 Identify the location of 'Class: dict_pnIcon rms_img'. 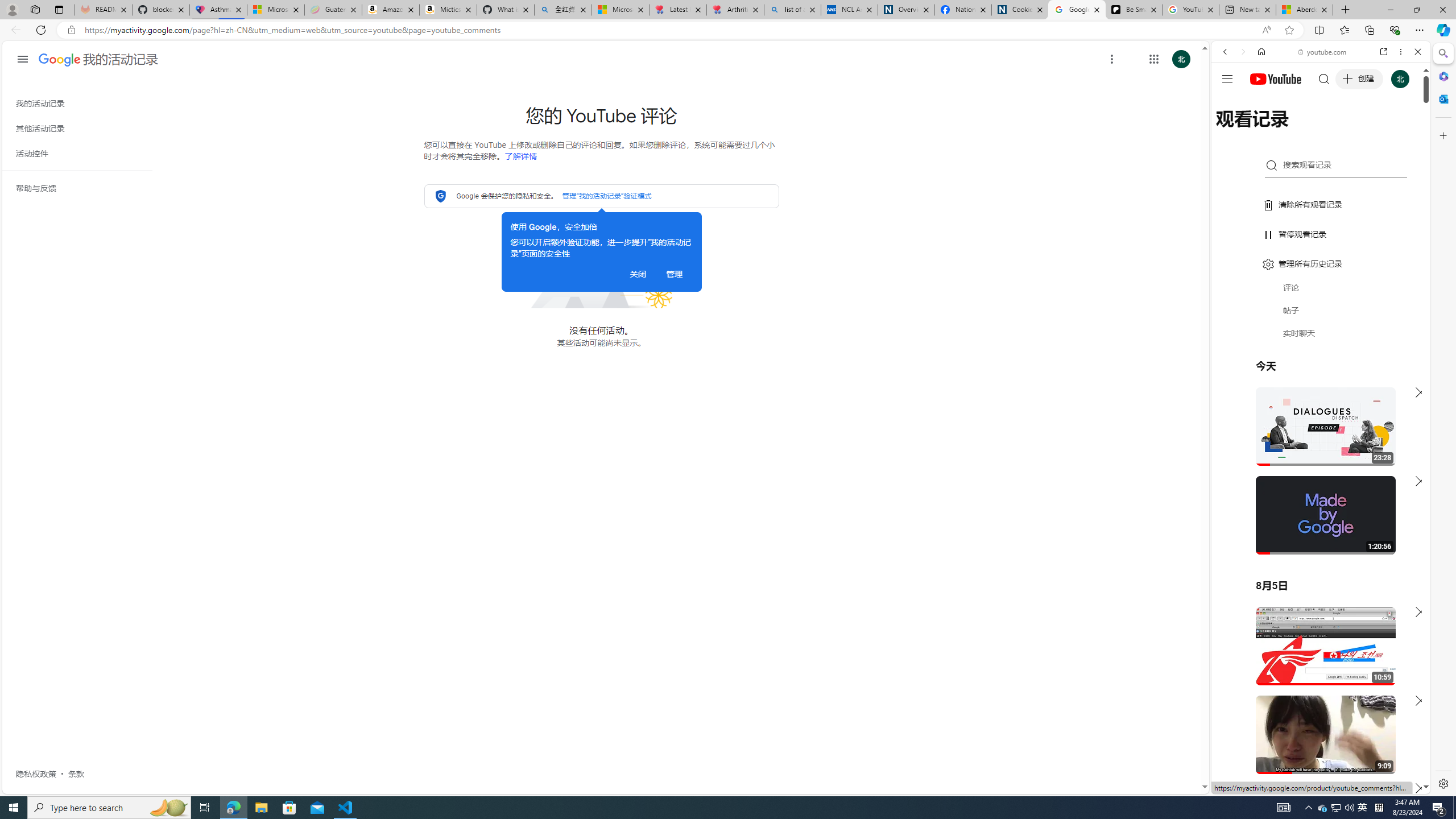
(1312, 784).